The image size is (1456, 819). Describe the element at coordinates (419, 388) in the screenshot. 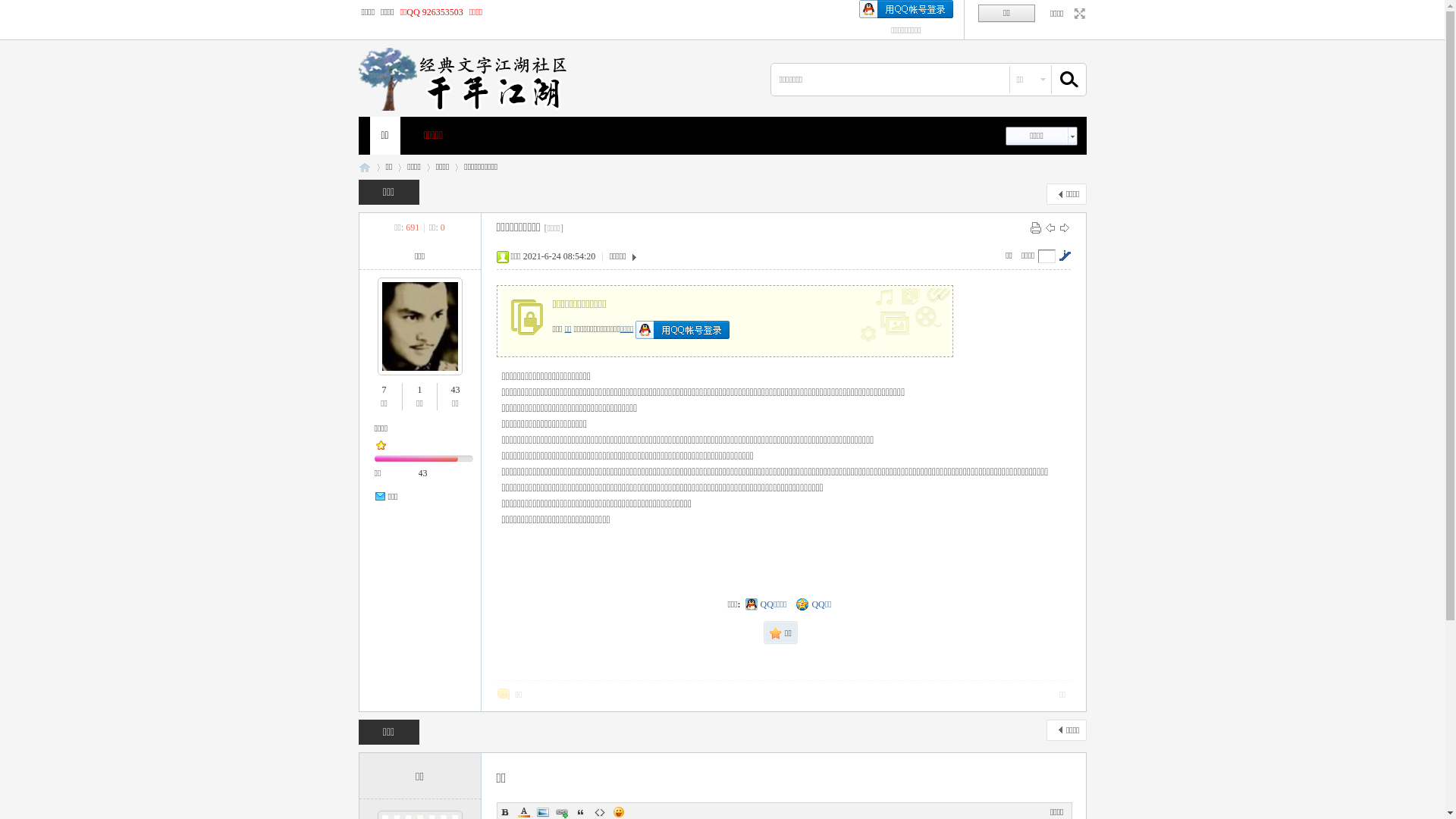

I see `'1'` at that location.